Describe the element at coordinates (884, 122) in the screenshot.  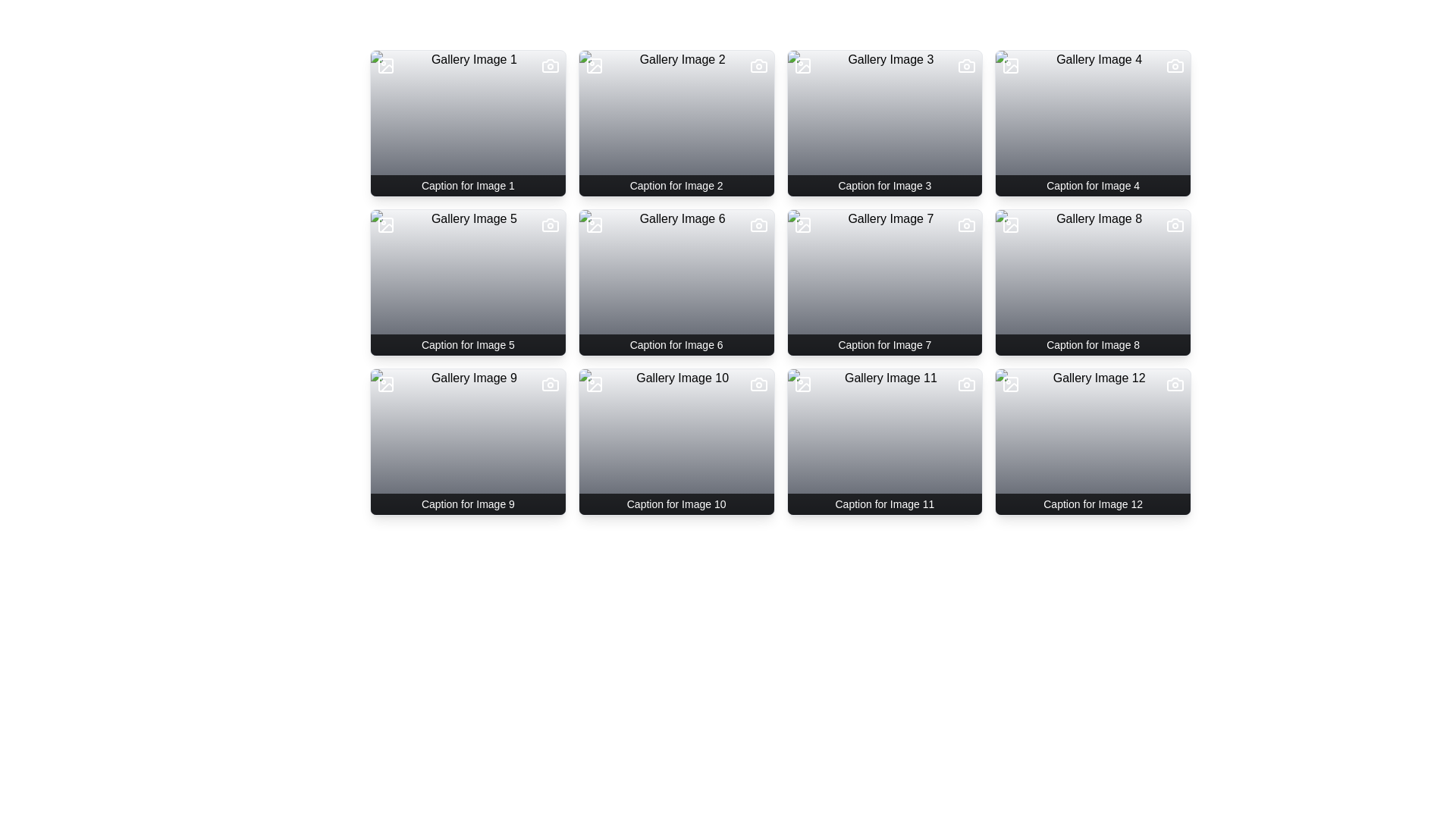
I see `the icons in the top corners of the card that represents an image or content preview item, located as the third item in the first row of a grid layout` at that location.